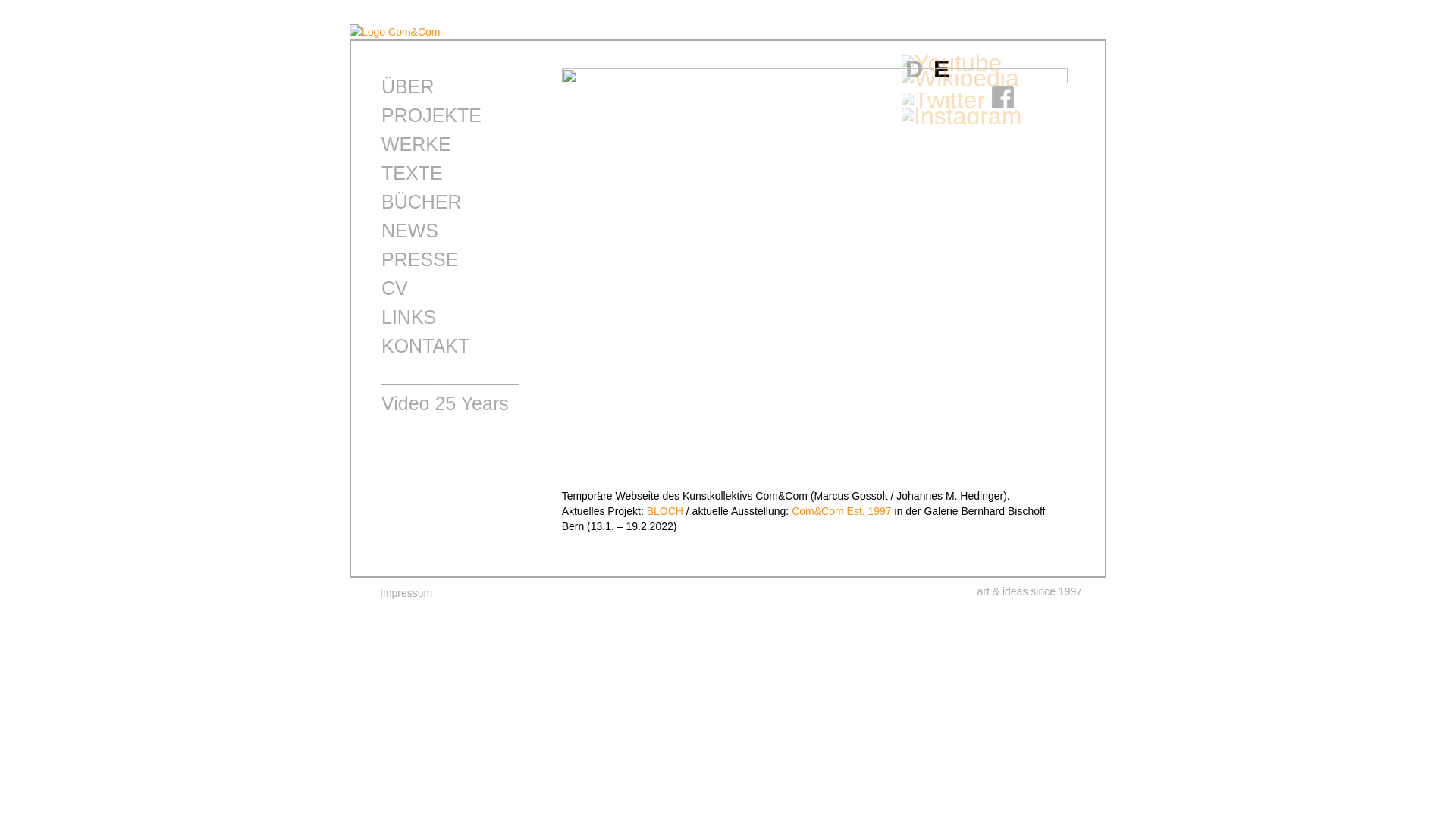  Describe the element at coordinates (381, 114) in the screenshot. I see `'PROJEKTE'` at that location.